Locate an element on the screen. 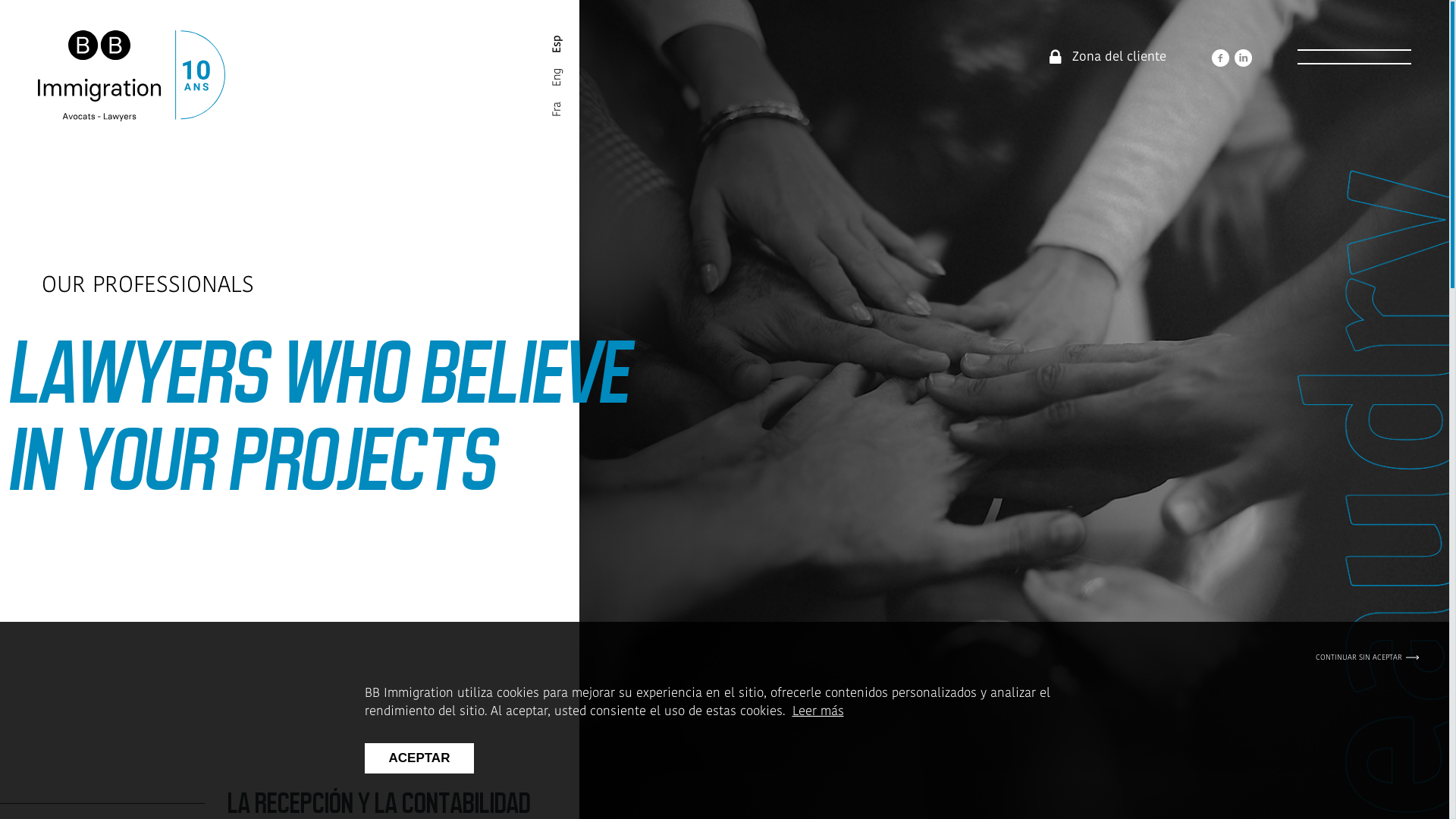 The width and height of the screenshot is (1456, 819). 'ACEPTAR' is located at coordinates (419, 758).